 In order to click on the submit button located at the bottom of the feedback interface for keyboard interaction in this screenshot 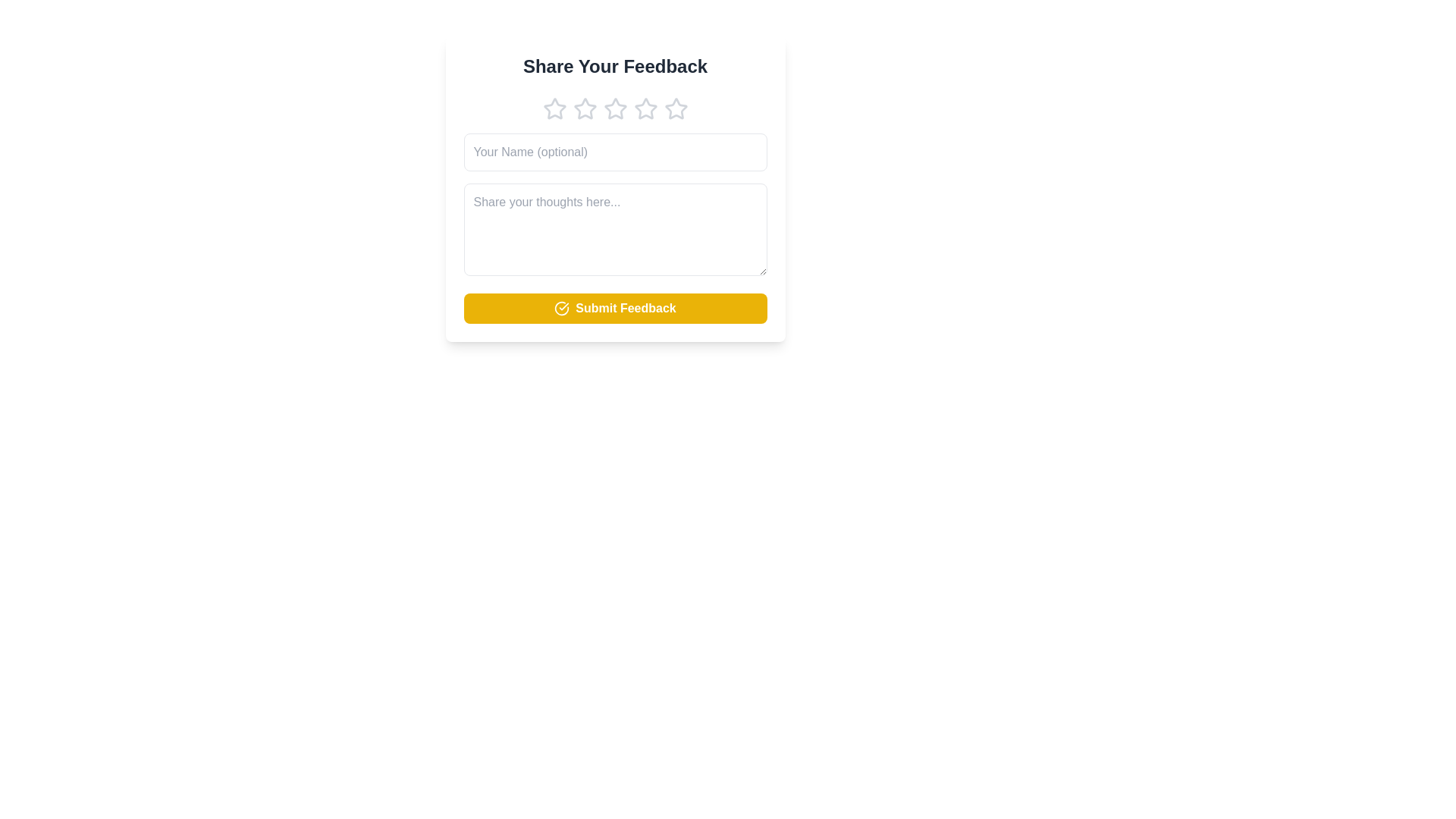, I will do `click(615, 308)`.